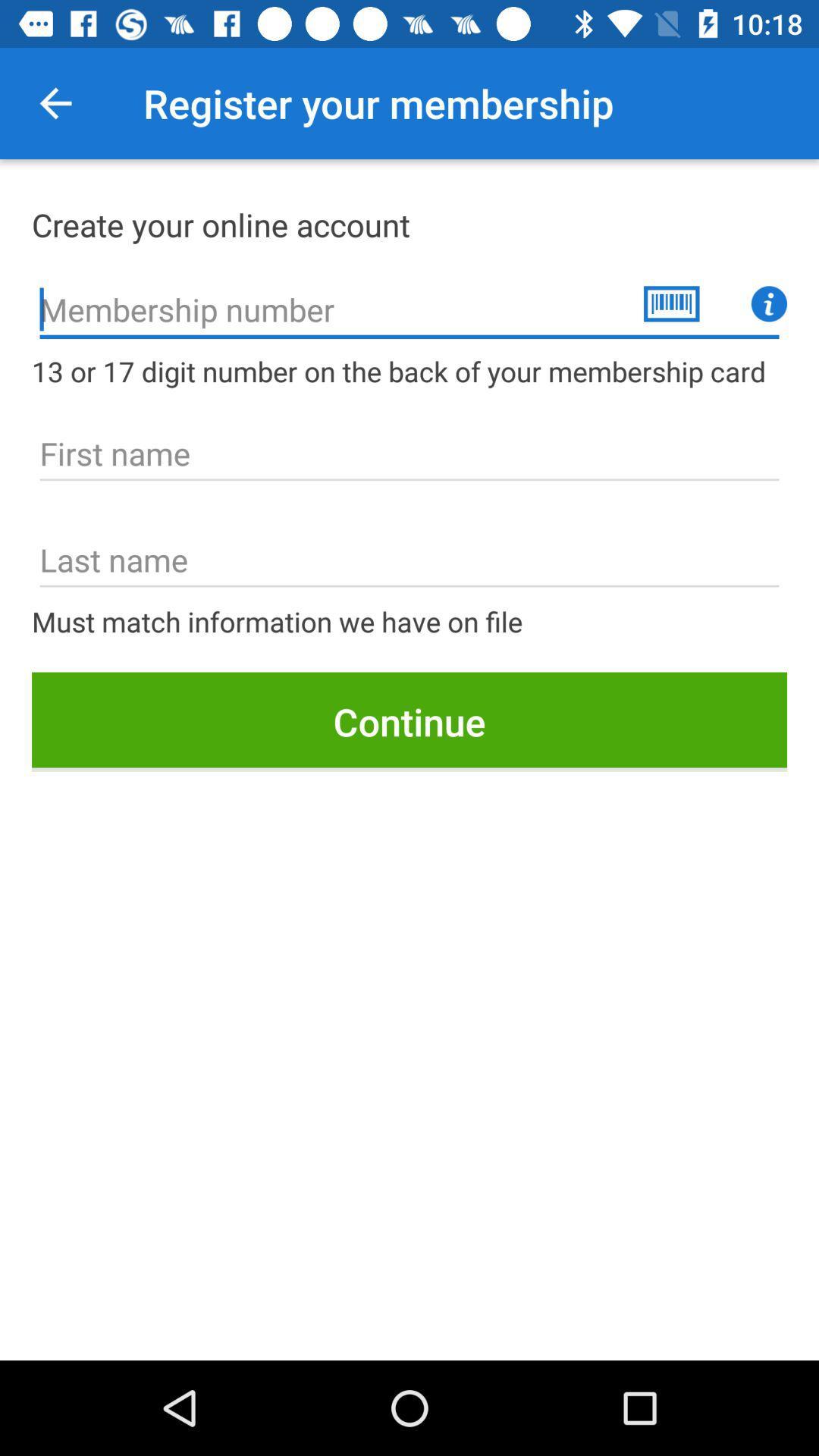  What do you see at coordinates (409, 721) in the screenshot?
I see `enter continue` at bounding box center [409, 721].